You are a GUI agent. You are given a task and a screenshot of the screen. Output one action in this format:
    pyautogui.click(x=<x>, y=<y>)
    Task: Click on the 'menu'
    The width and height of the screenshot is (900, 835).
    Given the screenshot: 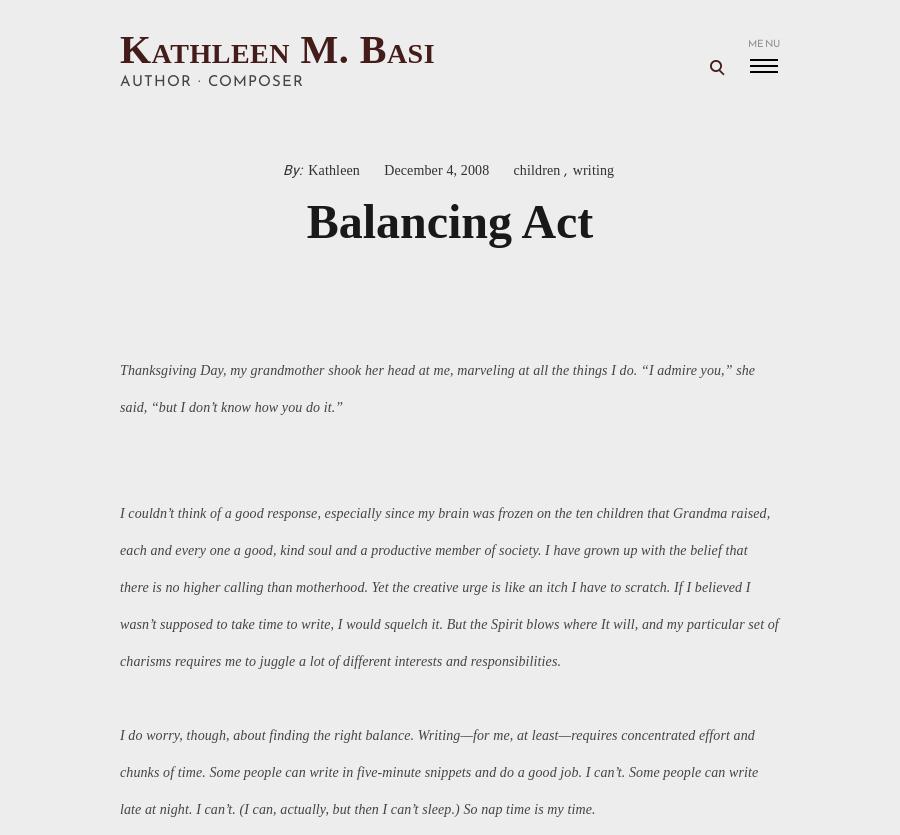 What is the action you would take?
    pyautogui.click(x=763, y=43)
    